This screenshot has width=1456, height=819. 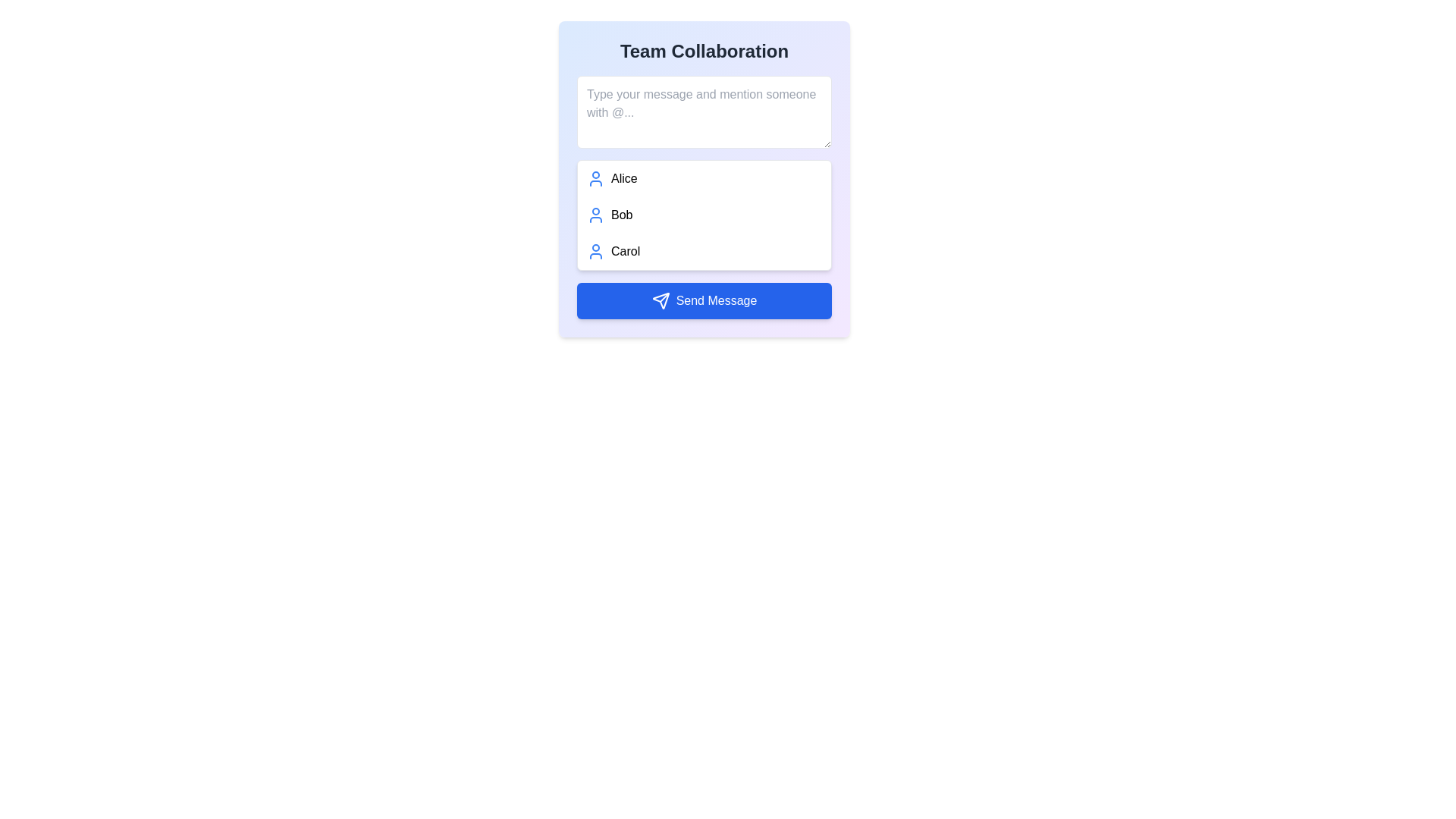 I want to click on the user profile icon outlined in blue that represents the head and shoulders of a person, located to the left of the text 'Alice', so click(x=595, y=177).